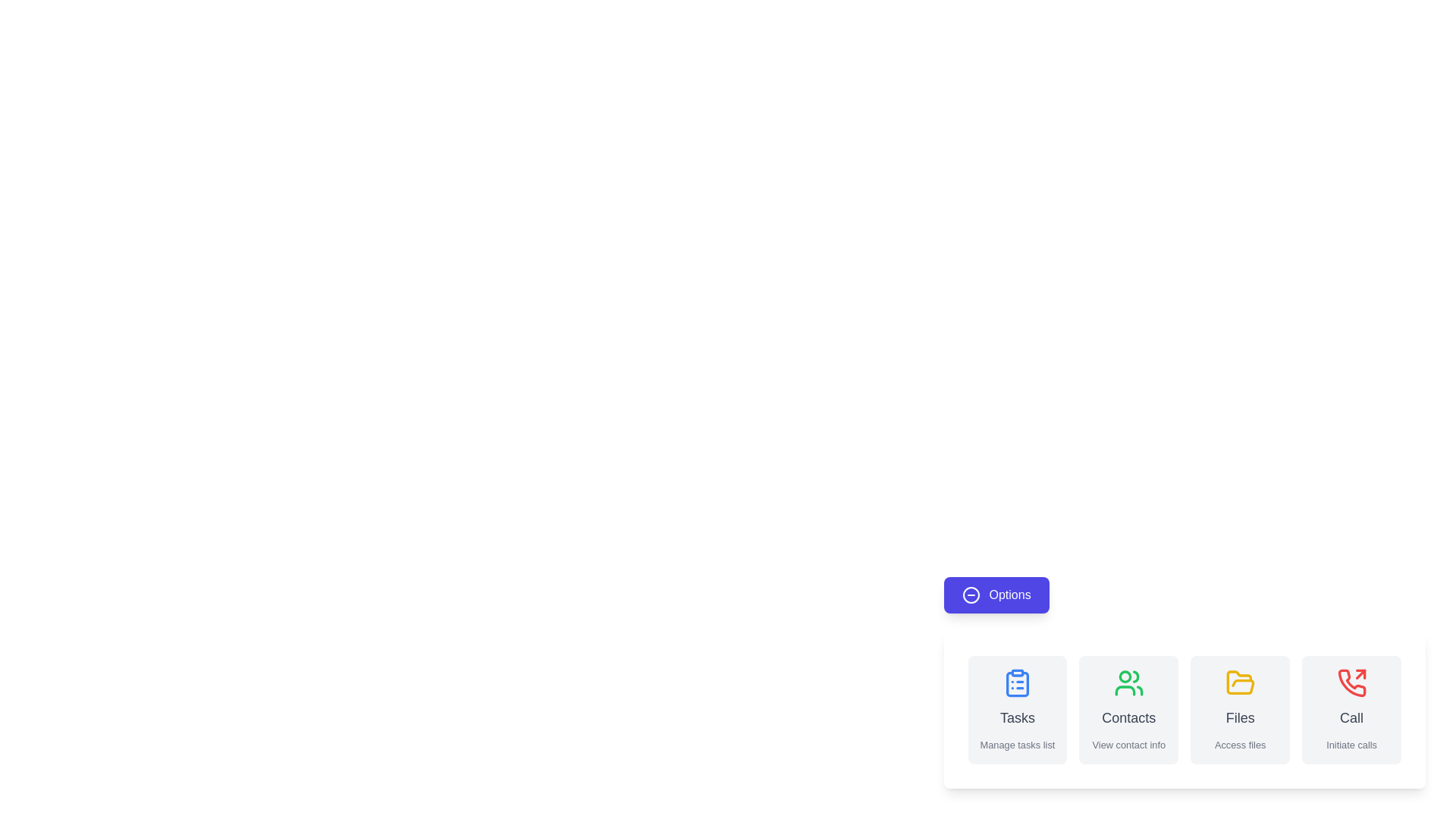 Image resolution: width=1456 pixels, height=819 pixels. I want to click on the 'Options' button to toggle the visibility of the menu, so click(996, 595).